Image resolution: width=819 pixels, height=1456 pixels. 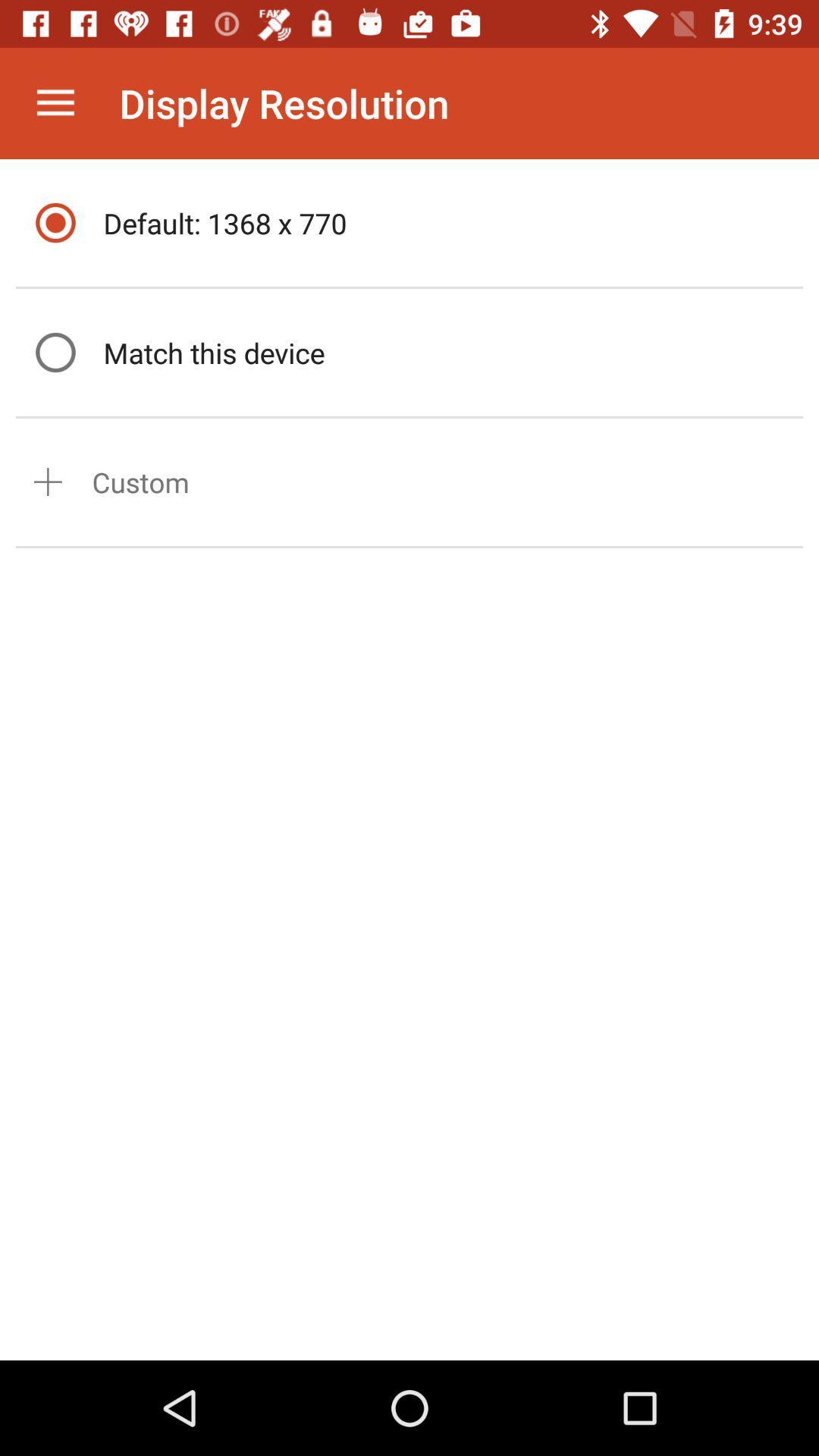 I want to click on the match this device icon, so click(x=448, y=352).